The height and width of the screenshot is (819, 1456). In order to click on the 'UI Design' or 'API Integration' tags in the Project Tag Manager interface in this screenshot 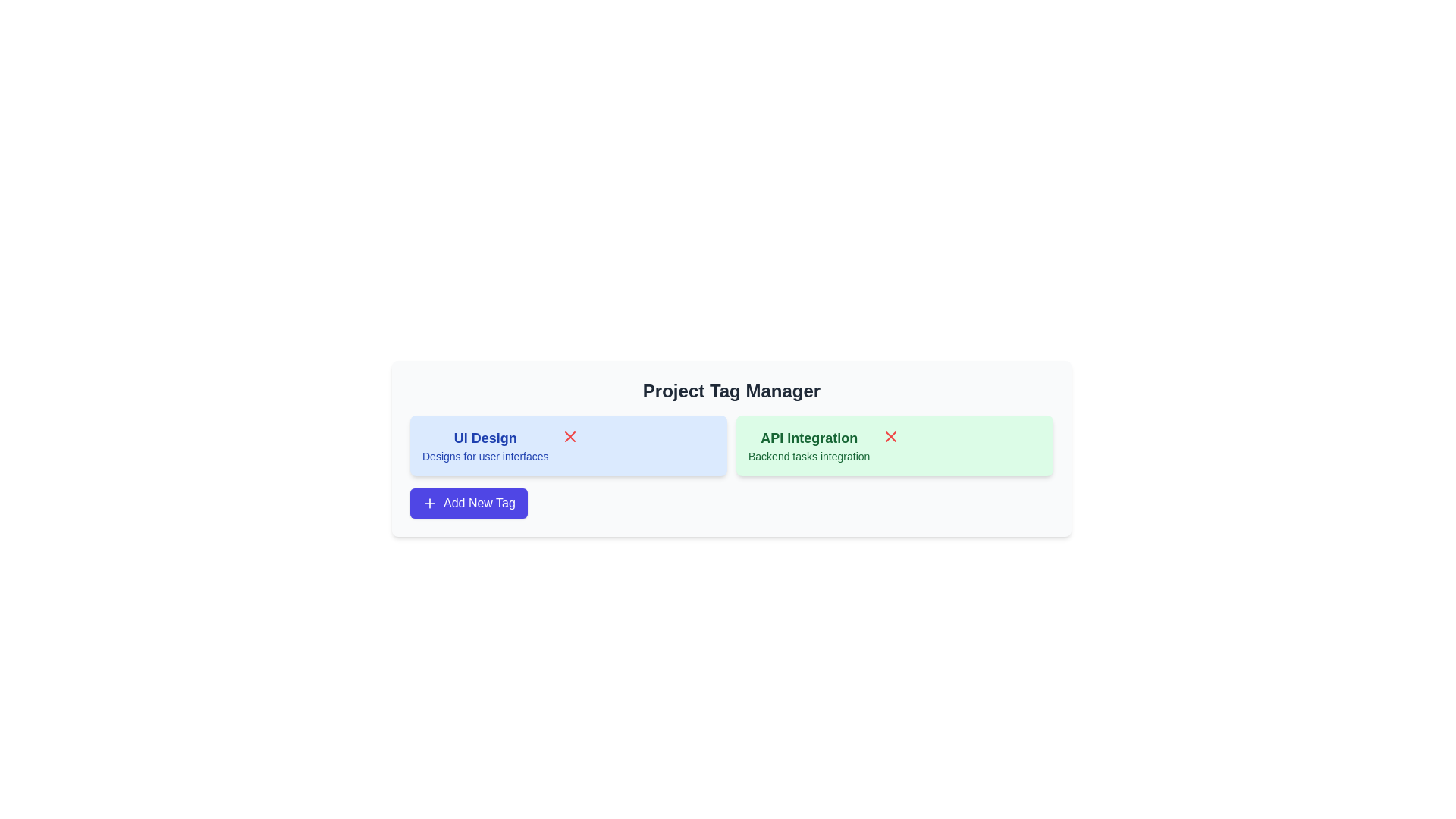, I will do `click(731, 447)`.